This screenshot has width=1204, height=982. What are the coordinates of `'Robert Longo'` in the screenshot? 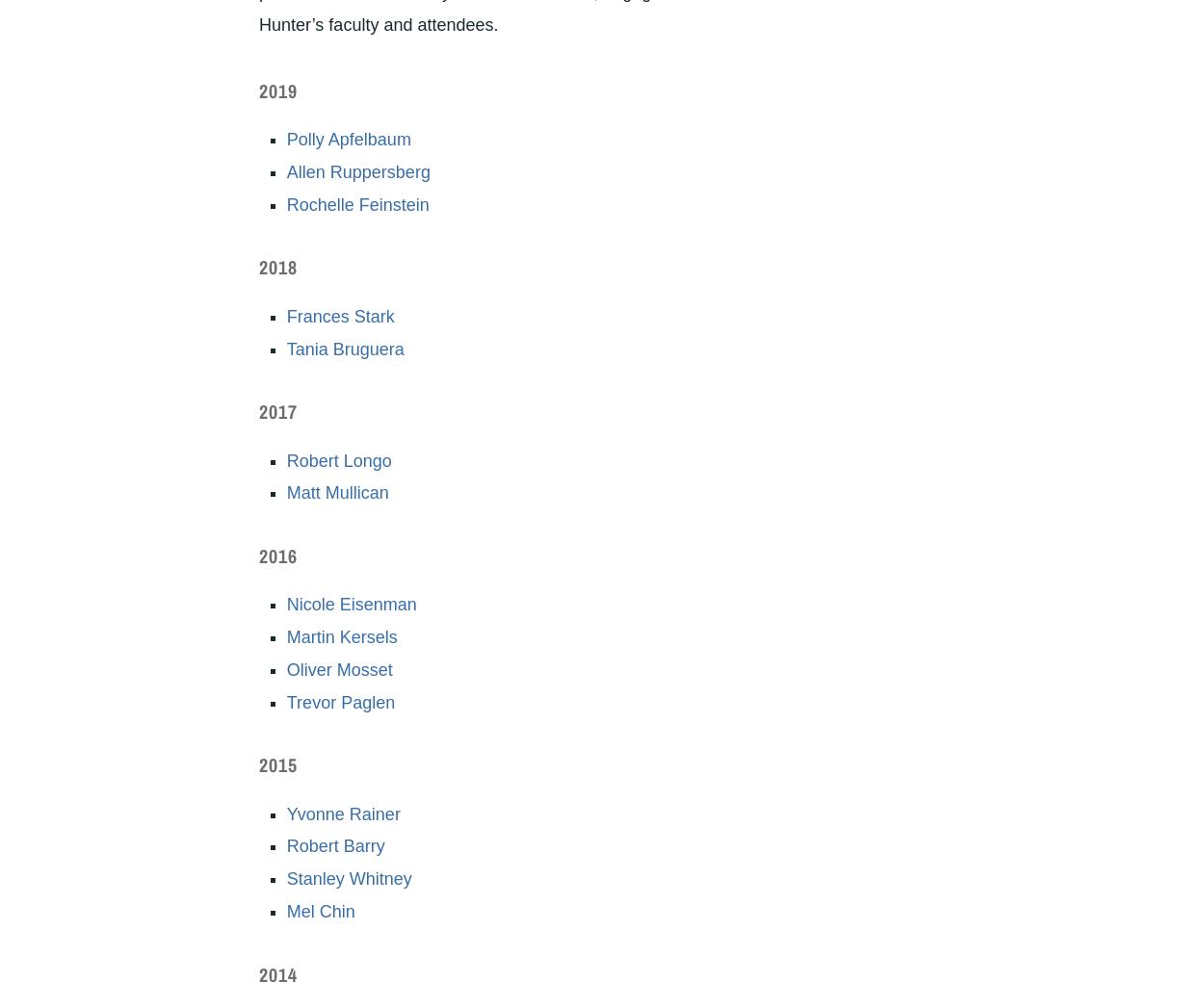 It's located at (337, 459).